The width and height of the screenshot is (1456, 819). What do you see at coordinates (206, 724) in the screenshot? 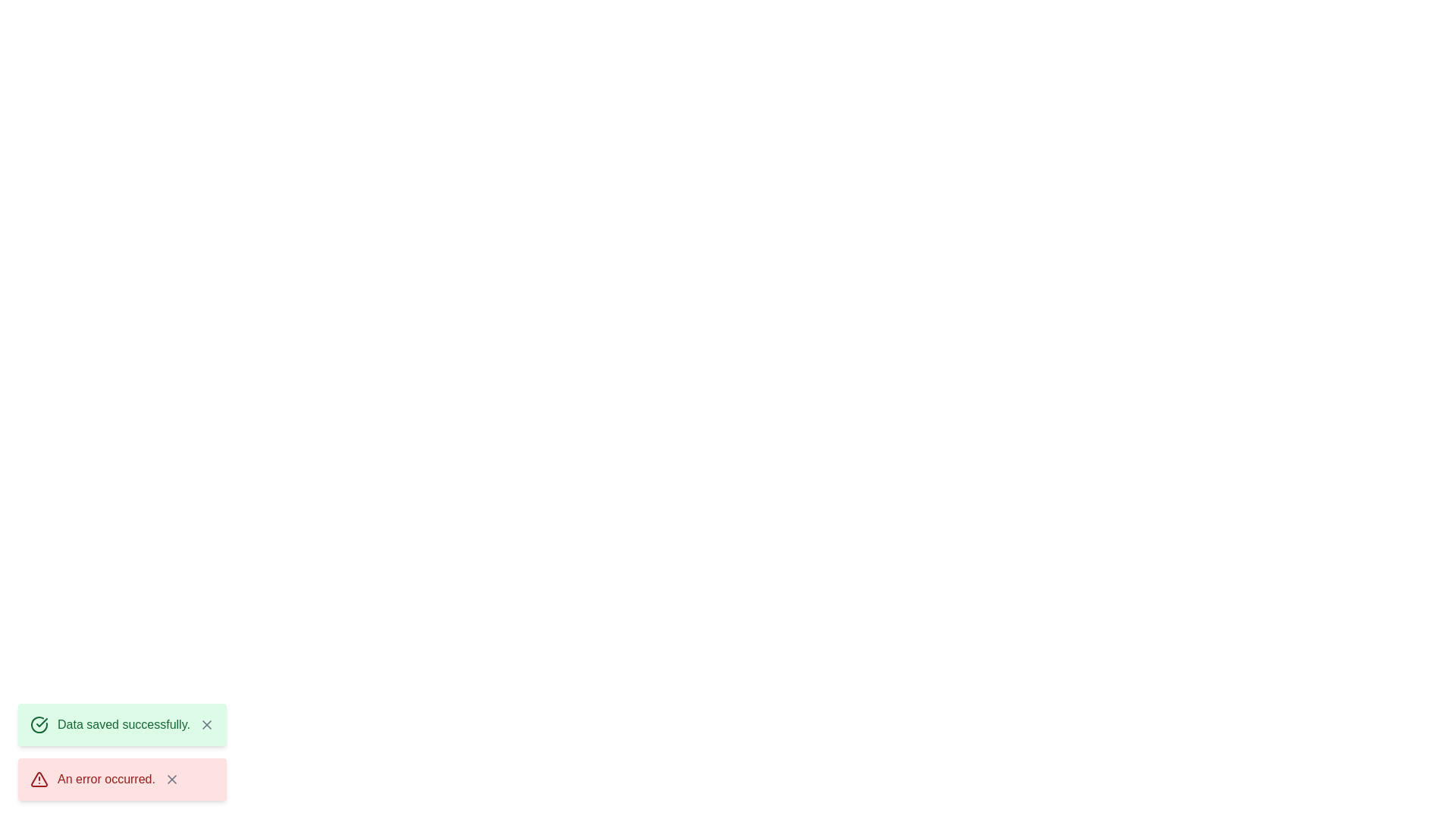
I see `the close button of the snackbar with message 'Data saved successfully.' to dismiss it` at bounding box center [206, 724].